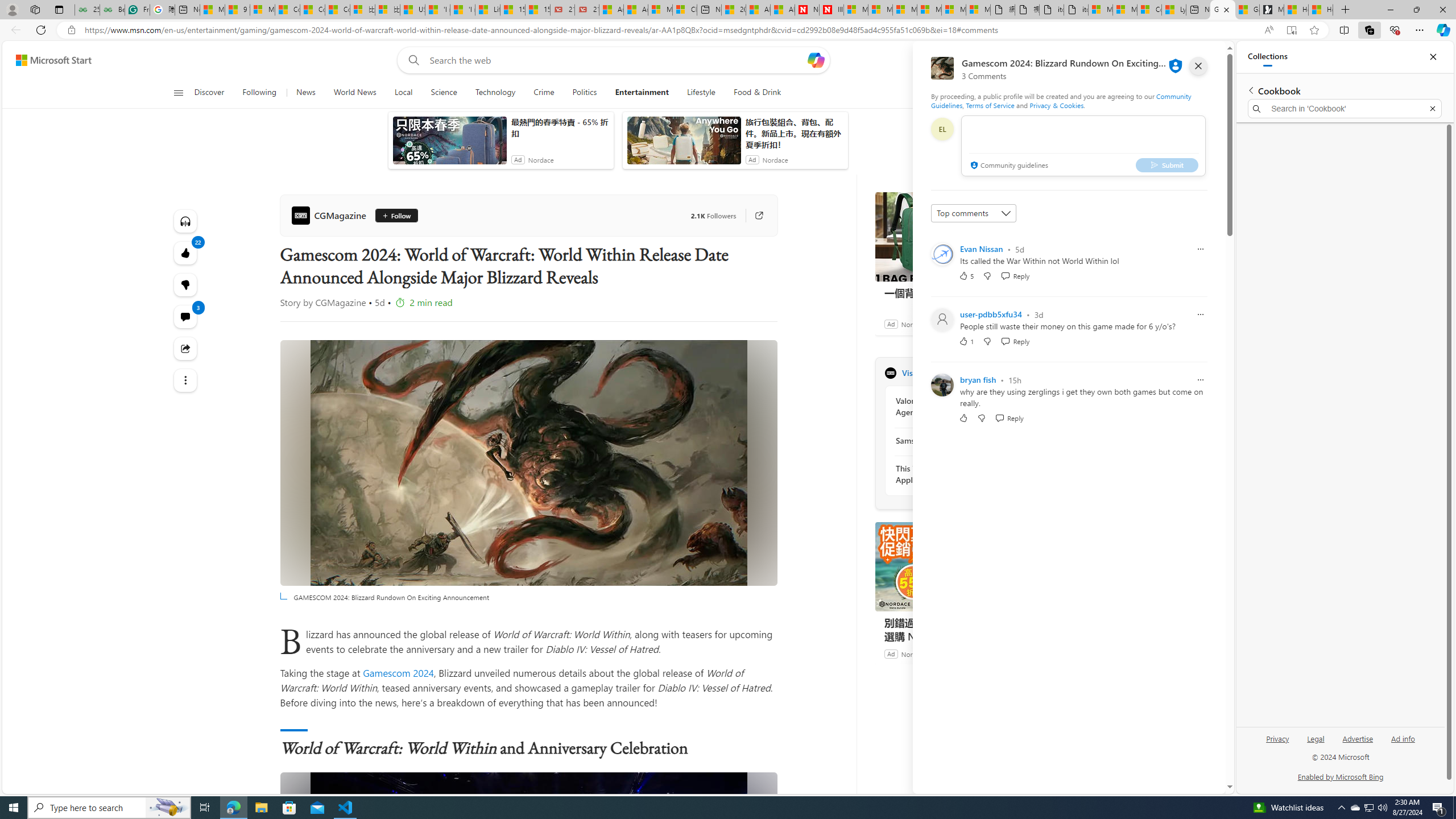  Describe the element at coordinates (494, 92) in the screenshot. I see `'Technology'` at that location.